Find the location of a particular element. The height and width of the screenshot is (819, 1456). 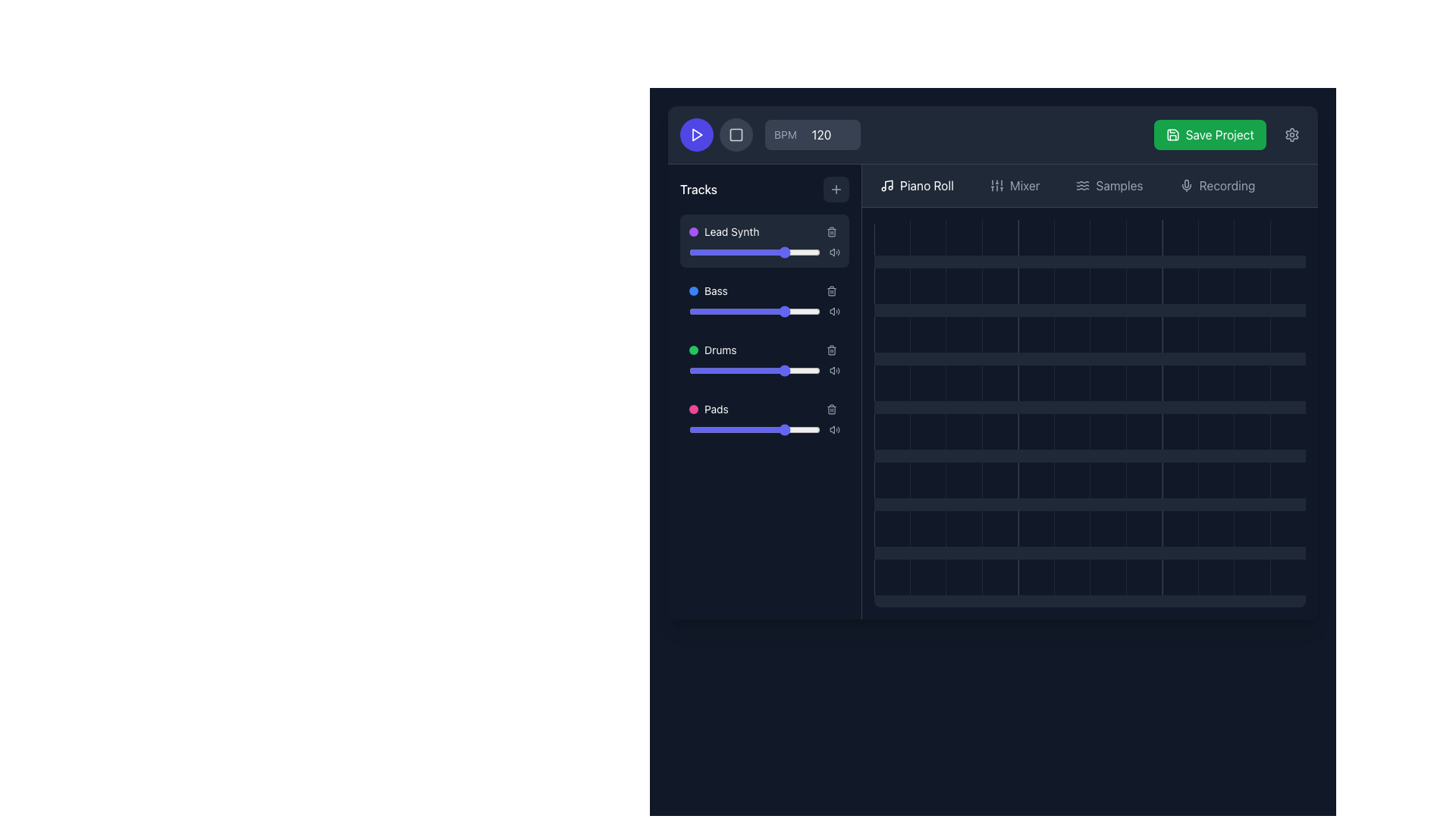

the square grid cell located in the fifth row and ninth column of the 12x12 grid layout with a dark-gray background is located at coordinates (1179, 431).